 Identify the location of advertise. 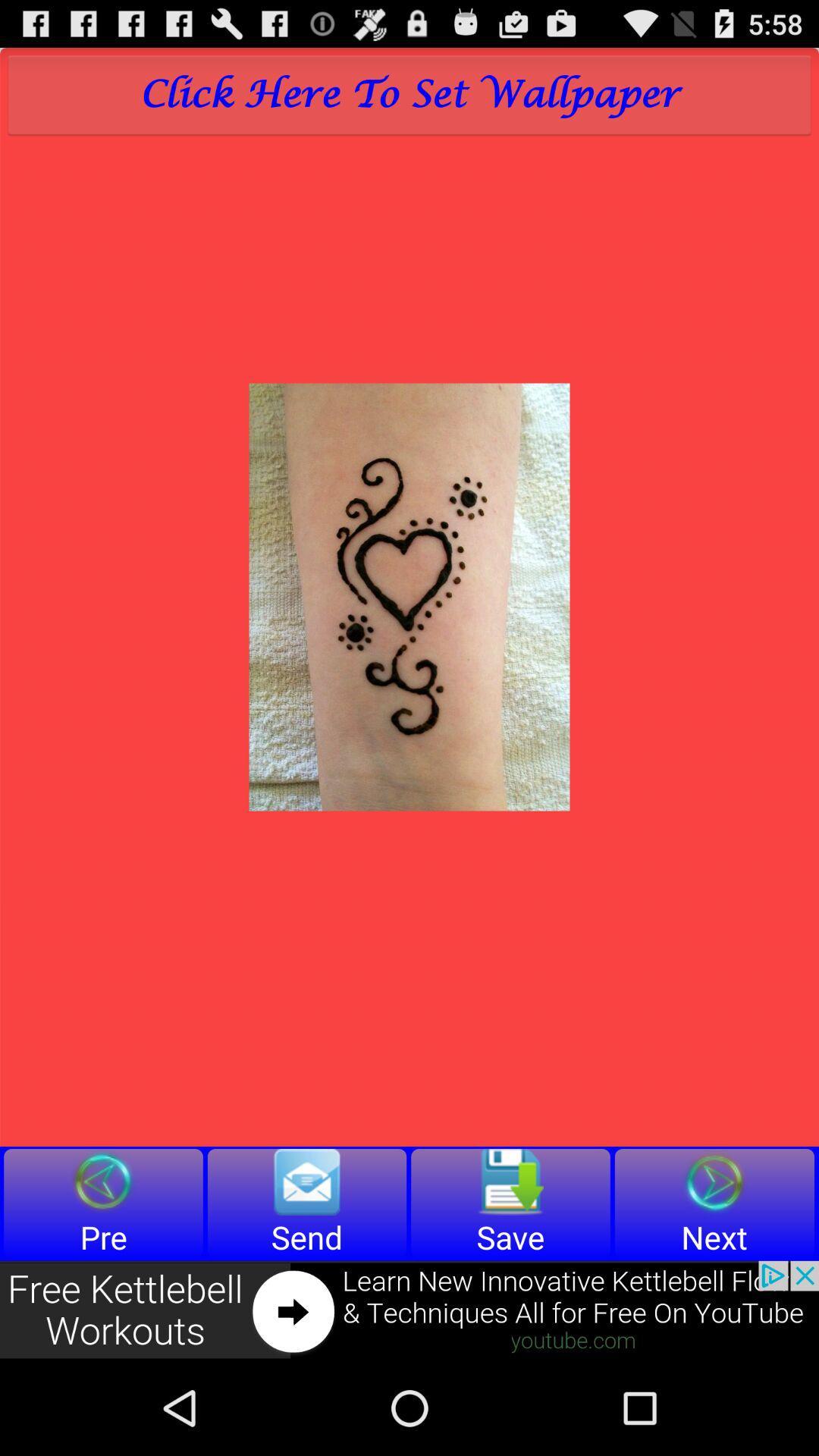
(409, 1310).